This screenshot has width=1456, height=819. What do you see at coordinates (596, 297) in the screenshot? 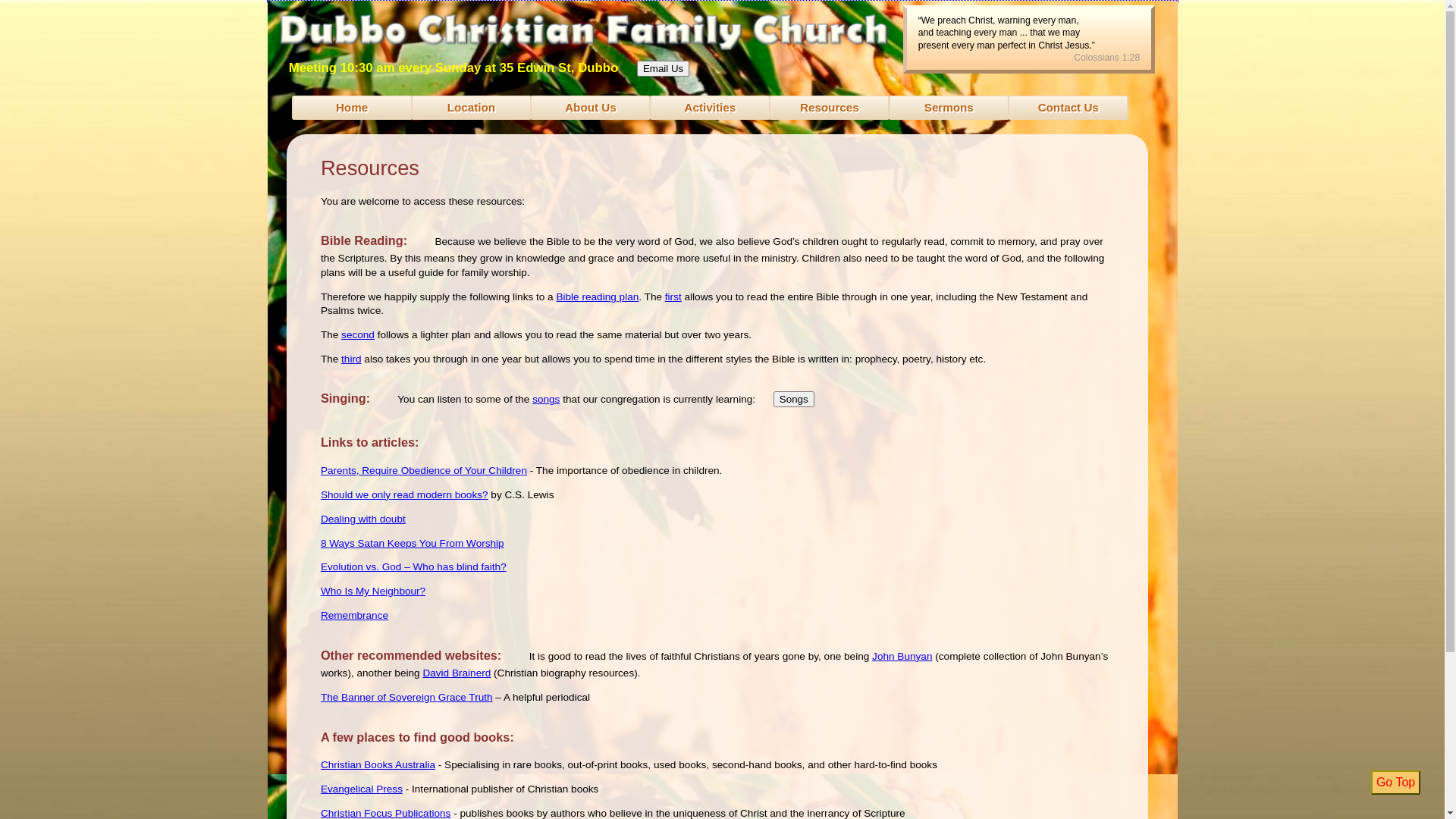
I see `'Bible reading plan'` at bounding box center [596, 297].